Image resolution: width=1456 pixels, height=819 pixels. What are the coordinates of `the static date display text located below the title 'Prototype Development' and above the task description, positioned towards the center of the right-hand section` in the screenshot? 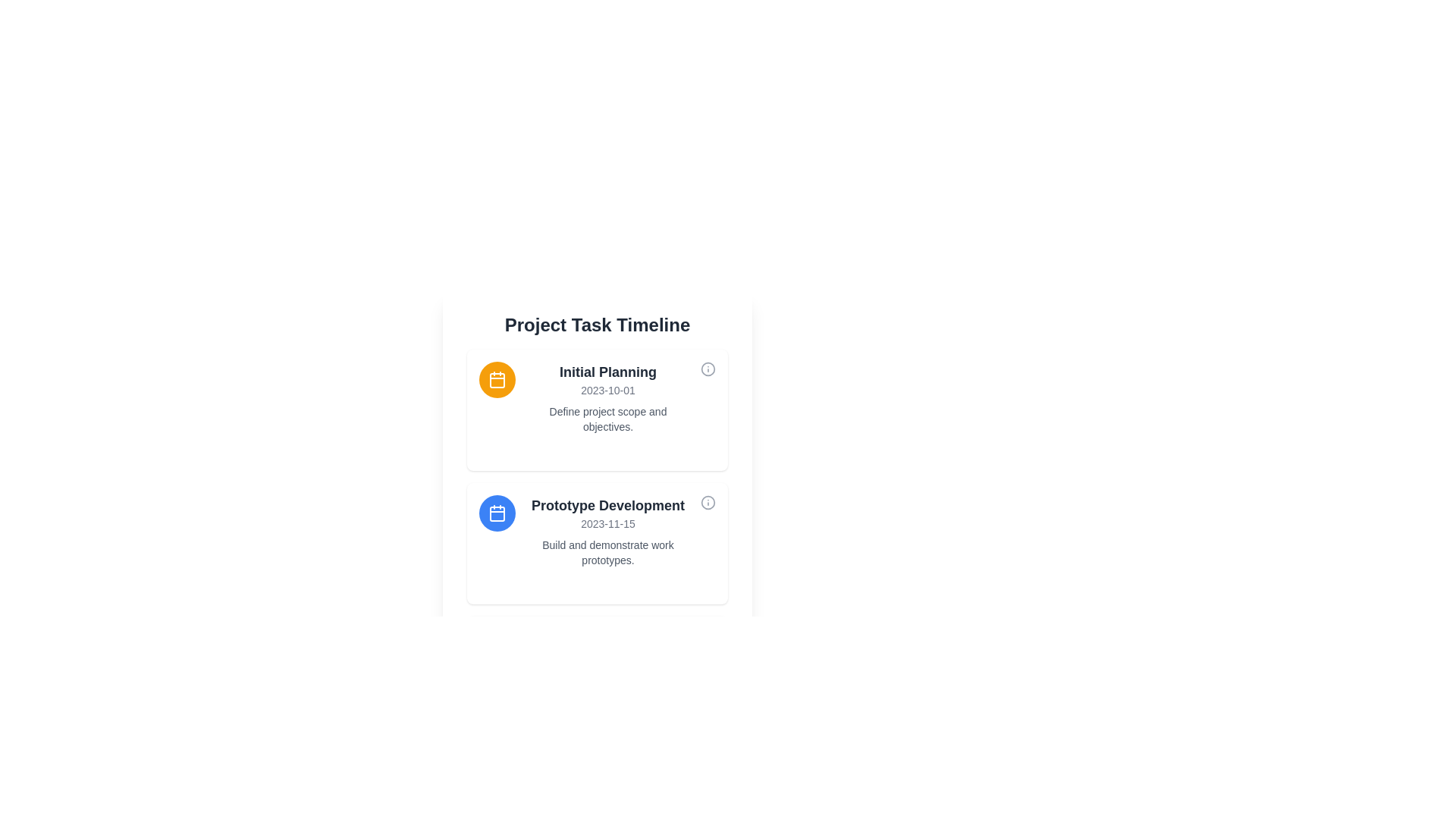 It's located at (607, 522).